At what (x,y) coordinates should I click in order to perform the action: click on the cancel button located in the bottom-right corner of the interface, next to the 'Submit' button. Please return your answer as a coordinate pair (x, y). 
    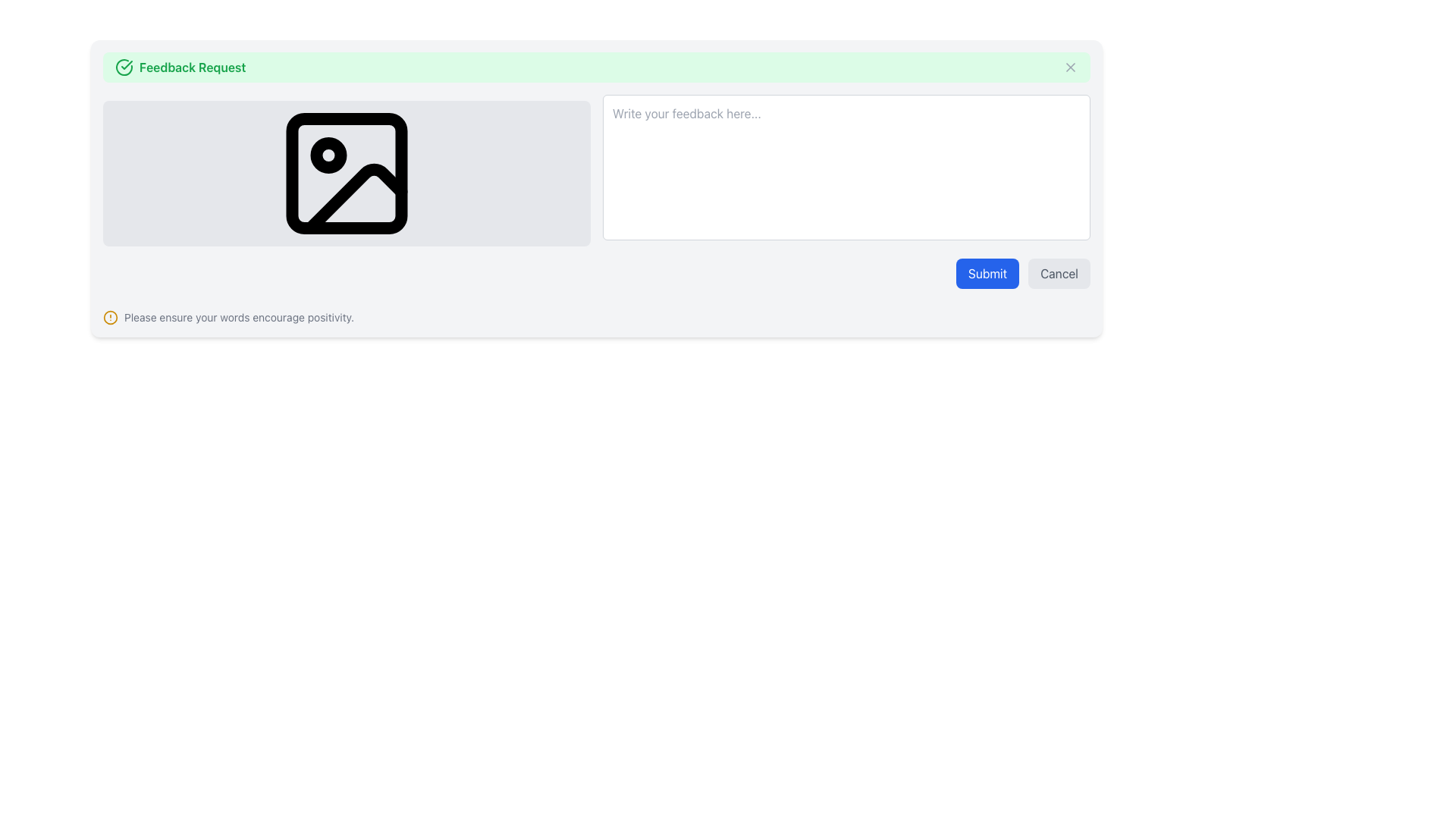
    Looking at the image, I should click on (1058, 274).